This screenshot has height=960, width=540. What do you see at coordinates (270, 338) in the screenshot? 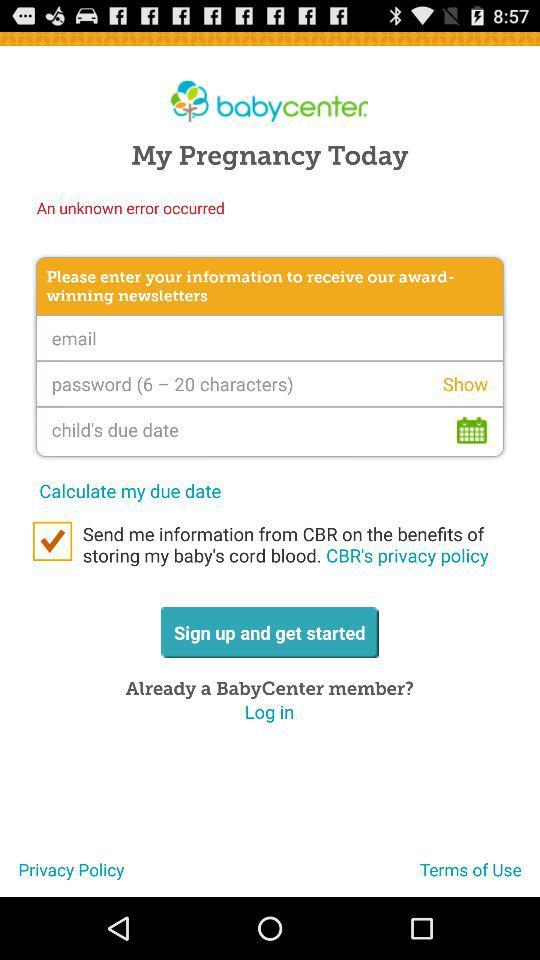
I see `type email address` at bounding box center [270, 338].